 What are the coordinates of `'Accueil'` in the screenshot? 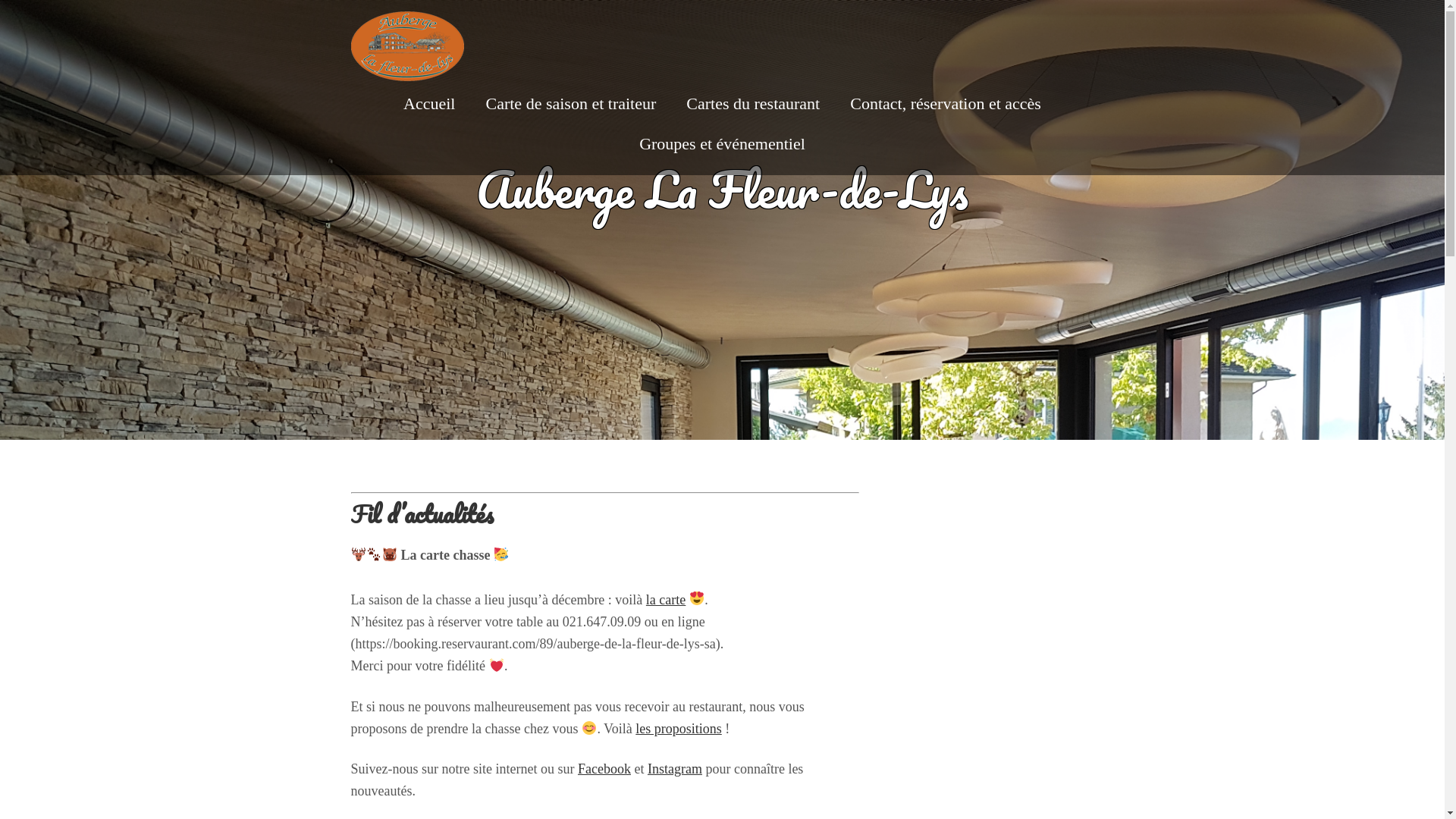 It's located at (428, 102).